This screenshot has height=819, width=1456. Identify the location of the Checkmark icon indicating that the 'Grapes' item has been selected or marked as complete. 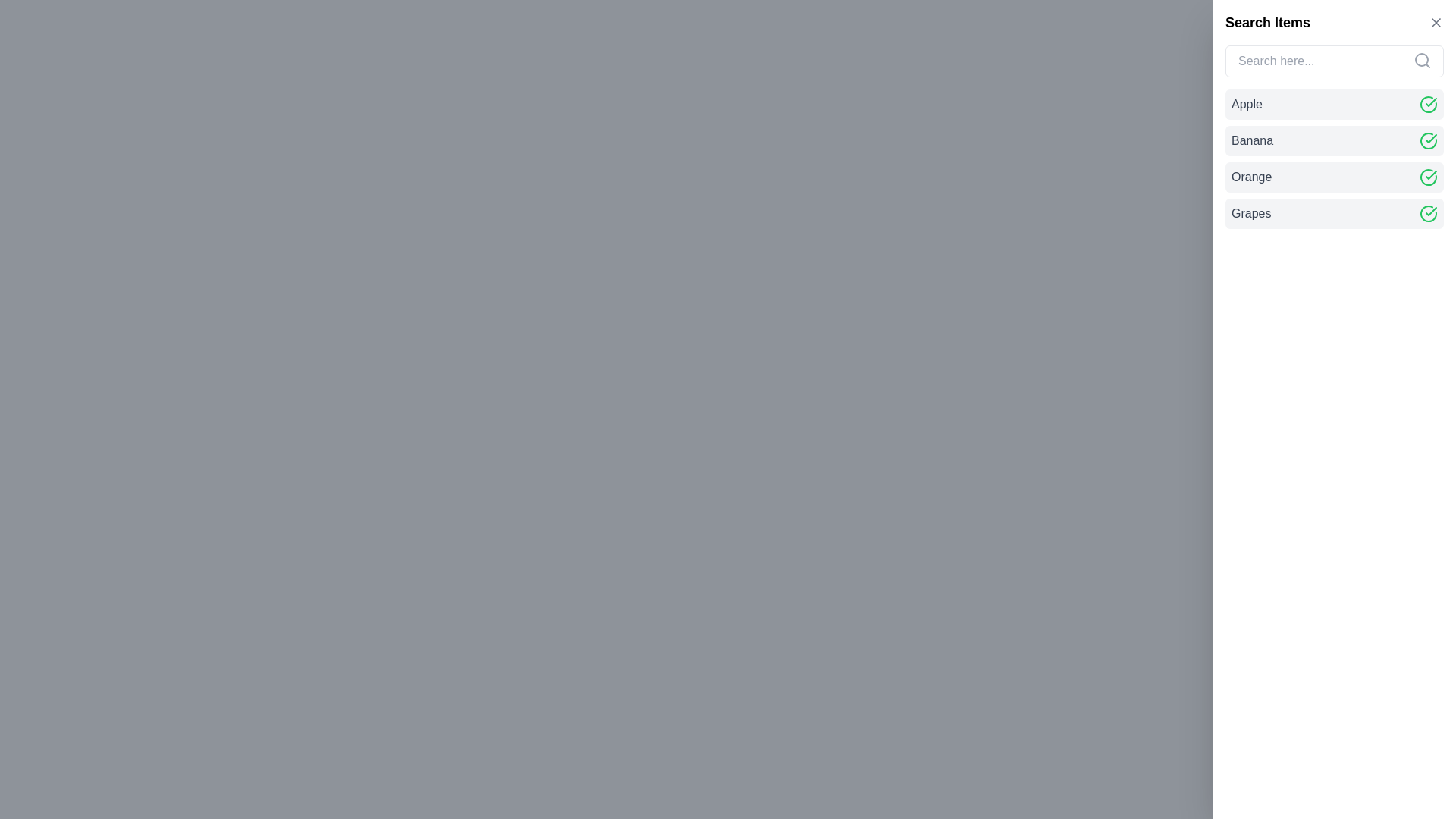
(1427, 213).